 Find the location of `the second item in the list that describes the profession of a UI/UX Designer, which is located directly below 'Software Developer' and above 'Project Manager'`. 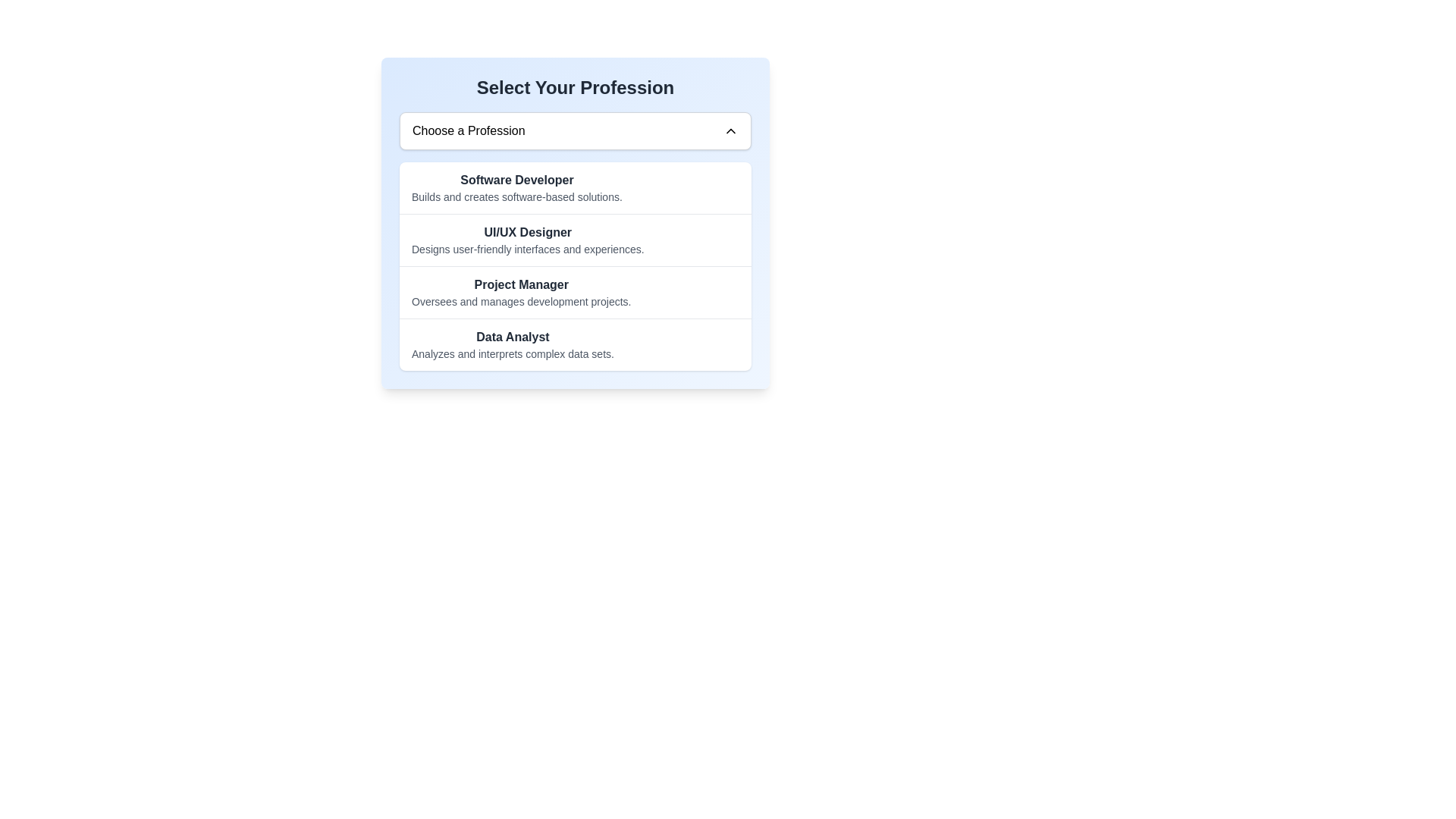

the second item in the list that describes the profession of a UI/UX Designer, which is located directly below 'Software Developer' and above 'Project Manager' is located at coordinates (574, 239).